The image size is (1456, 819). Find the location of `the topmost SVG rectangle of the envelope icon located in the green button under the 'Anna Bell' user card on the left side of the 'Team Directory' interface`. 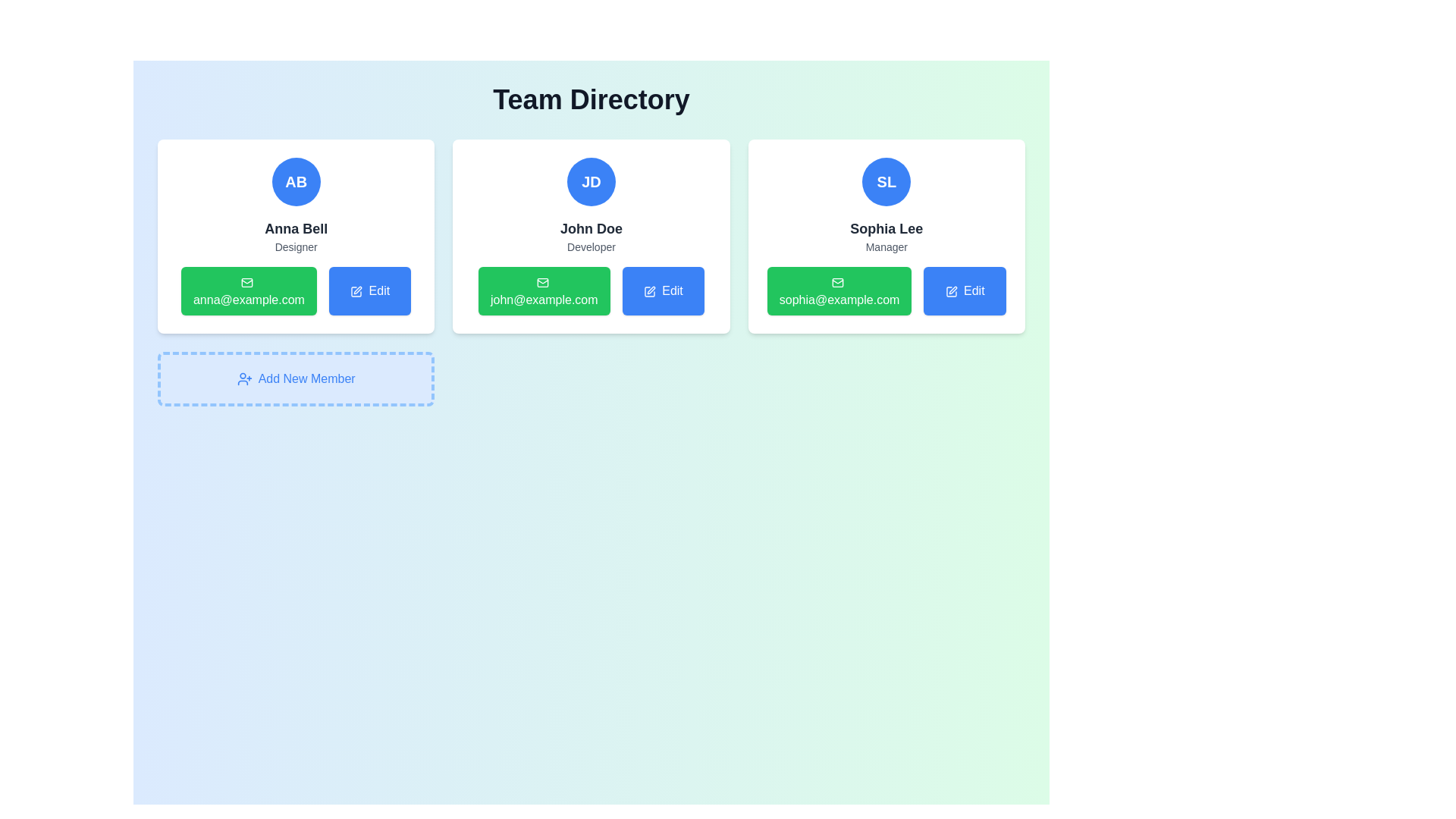

the topmost SVG rectangle of the envelope icon located in the green button under the 'Anna Bell' user card on the left side of the 'Team Directory' interface is located at coordinates (247, 282).